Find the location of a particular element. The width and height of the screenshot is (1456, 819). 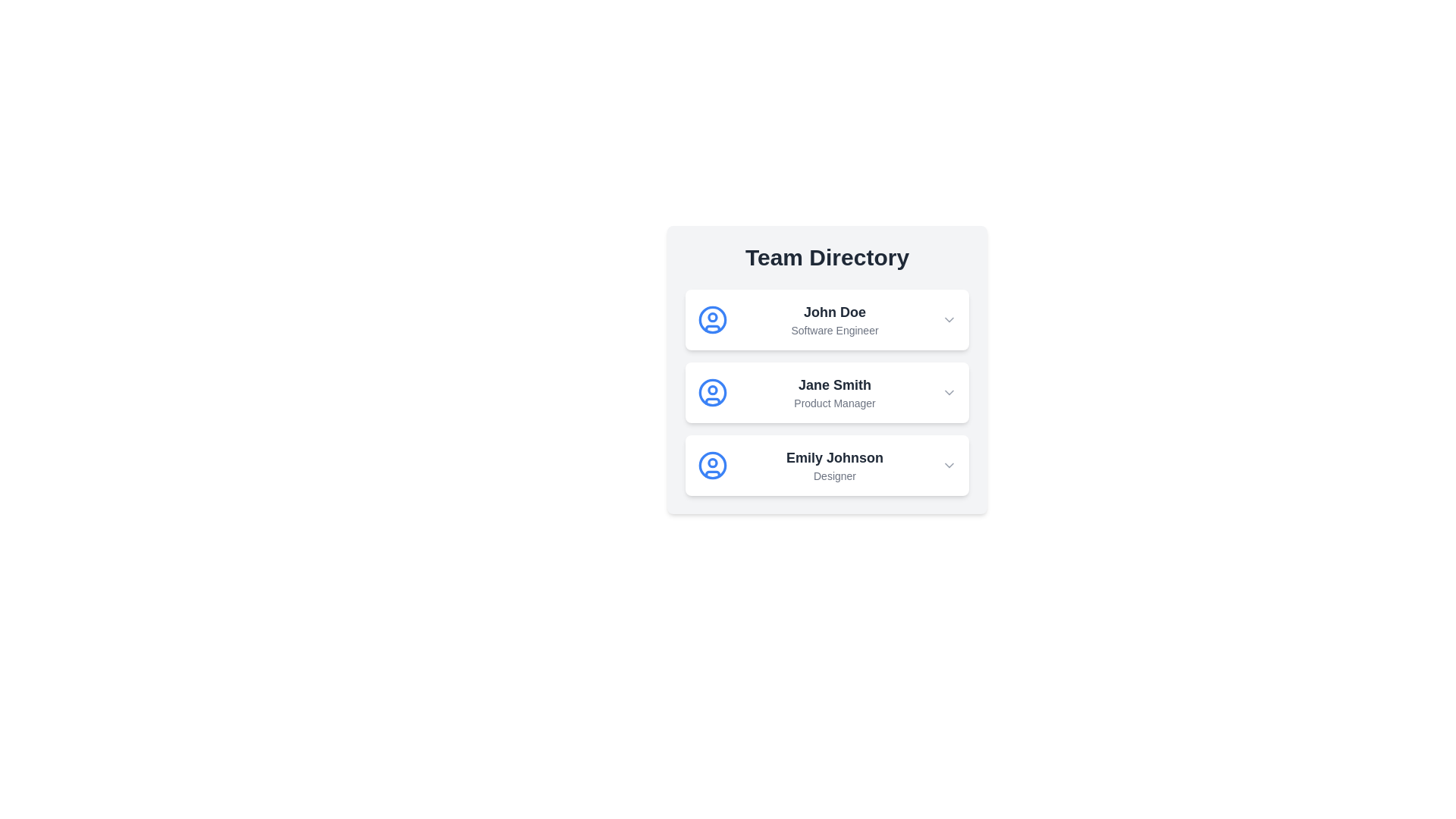

the user name Emily Johnson to select it is located at coordinates (833, 457).